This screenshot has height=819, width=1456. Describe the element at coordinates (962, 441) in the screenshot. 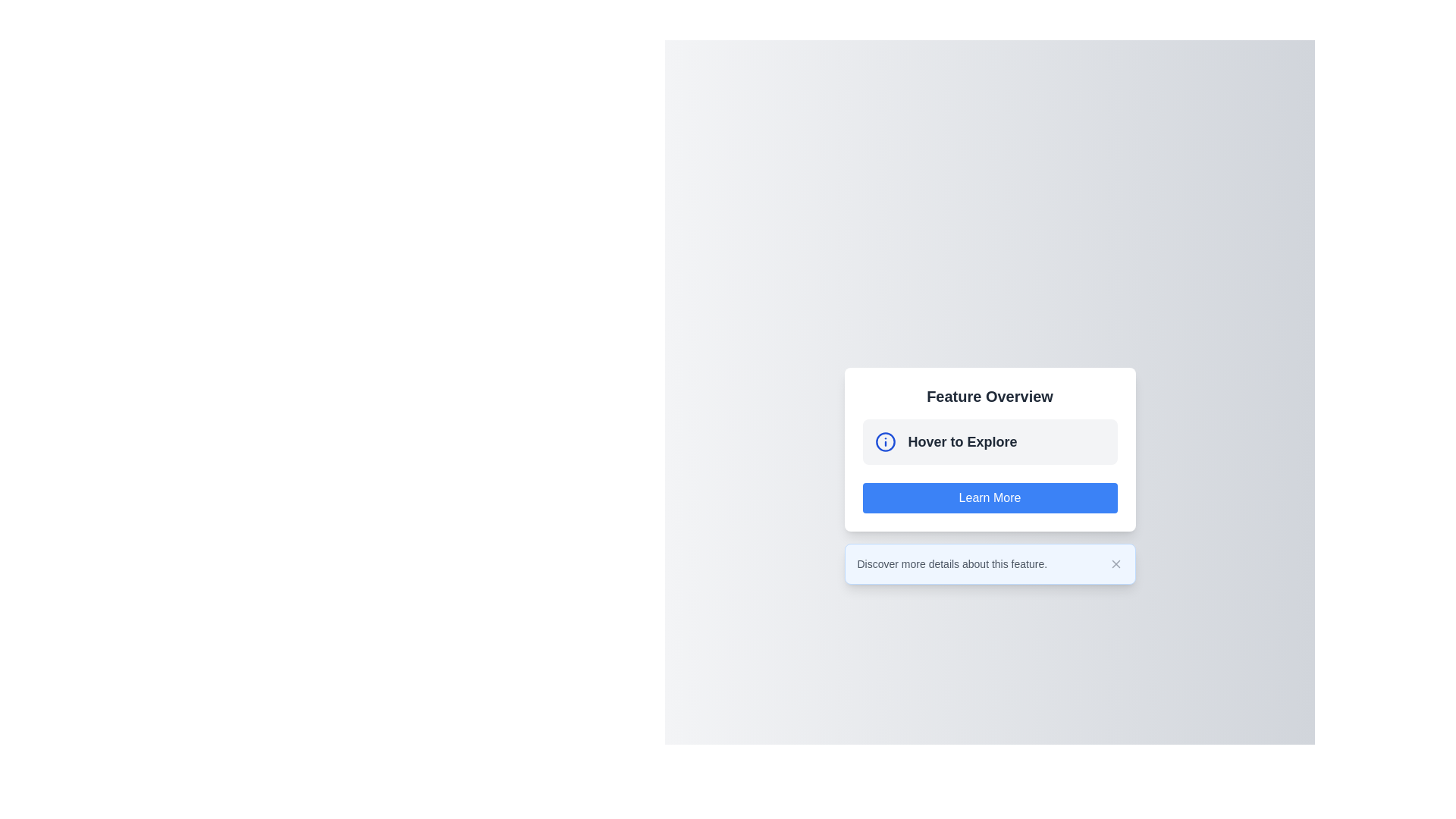

I see `the bold static text 'Hover` at that location.